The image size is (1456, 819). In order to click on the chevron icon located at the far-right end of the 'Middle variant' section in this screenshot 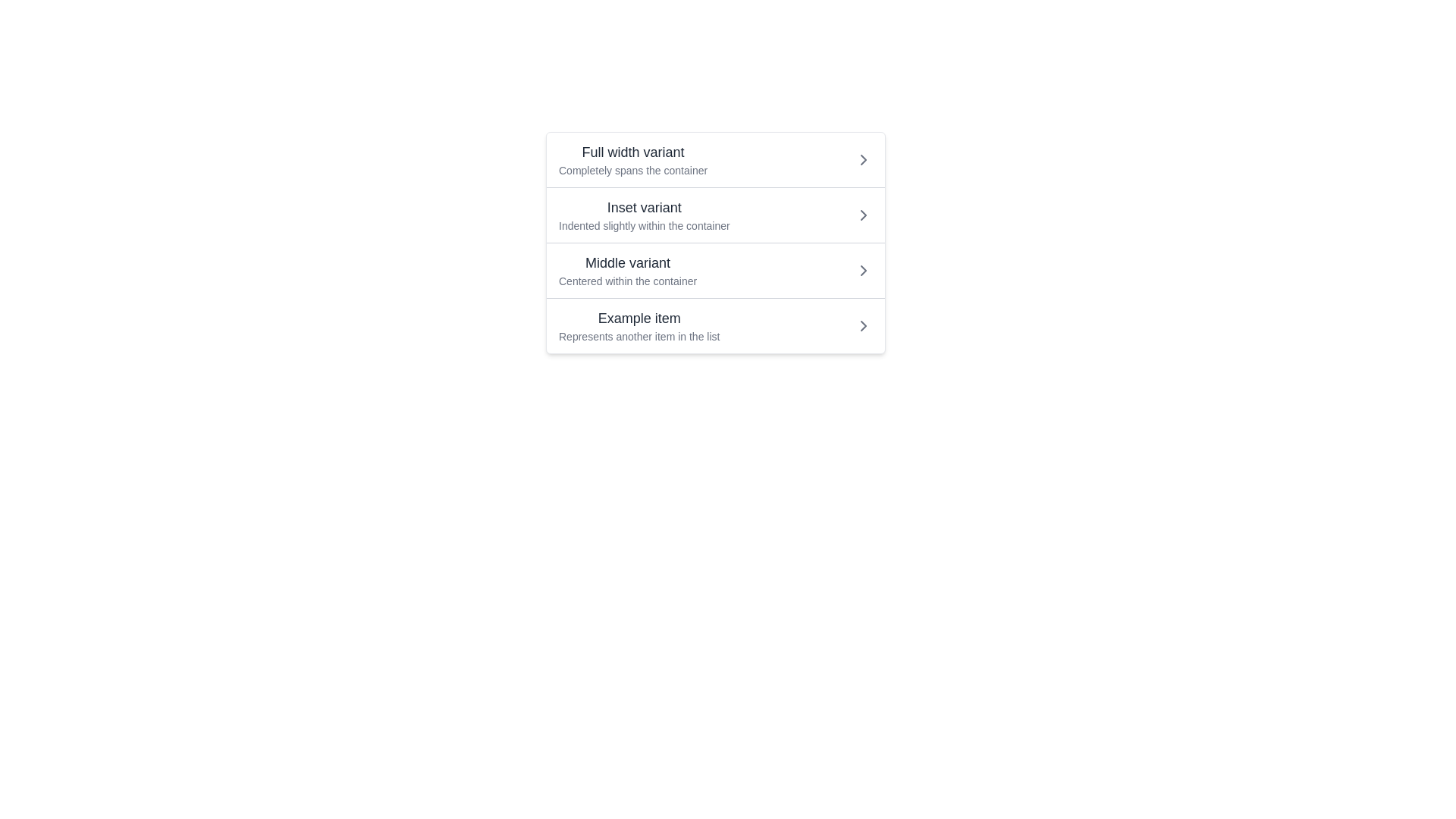, I will do `click(863, 270)`.